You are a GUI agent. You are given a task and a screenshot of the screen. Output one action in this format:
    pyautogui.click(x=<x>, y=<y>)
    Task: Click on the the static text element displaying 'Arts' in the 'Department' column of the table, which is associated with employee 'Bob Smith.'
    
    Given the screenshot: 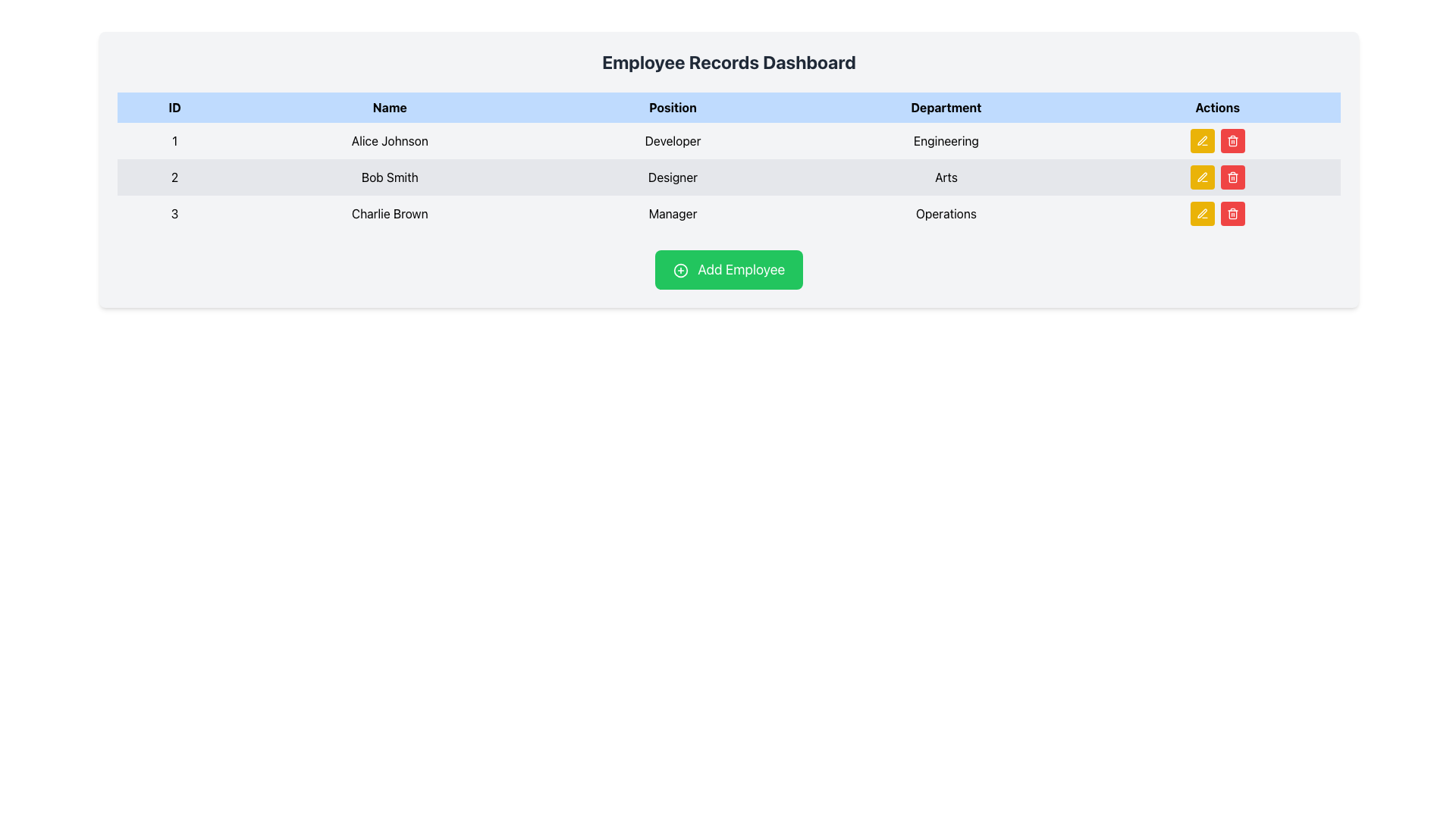 What is the action you would take?
    pyautogui.click(x=946, y=177)
    